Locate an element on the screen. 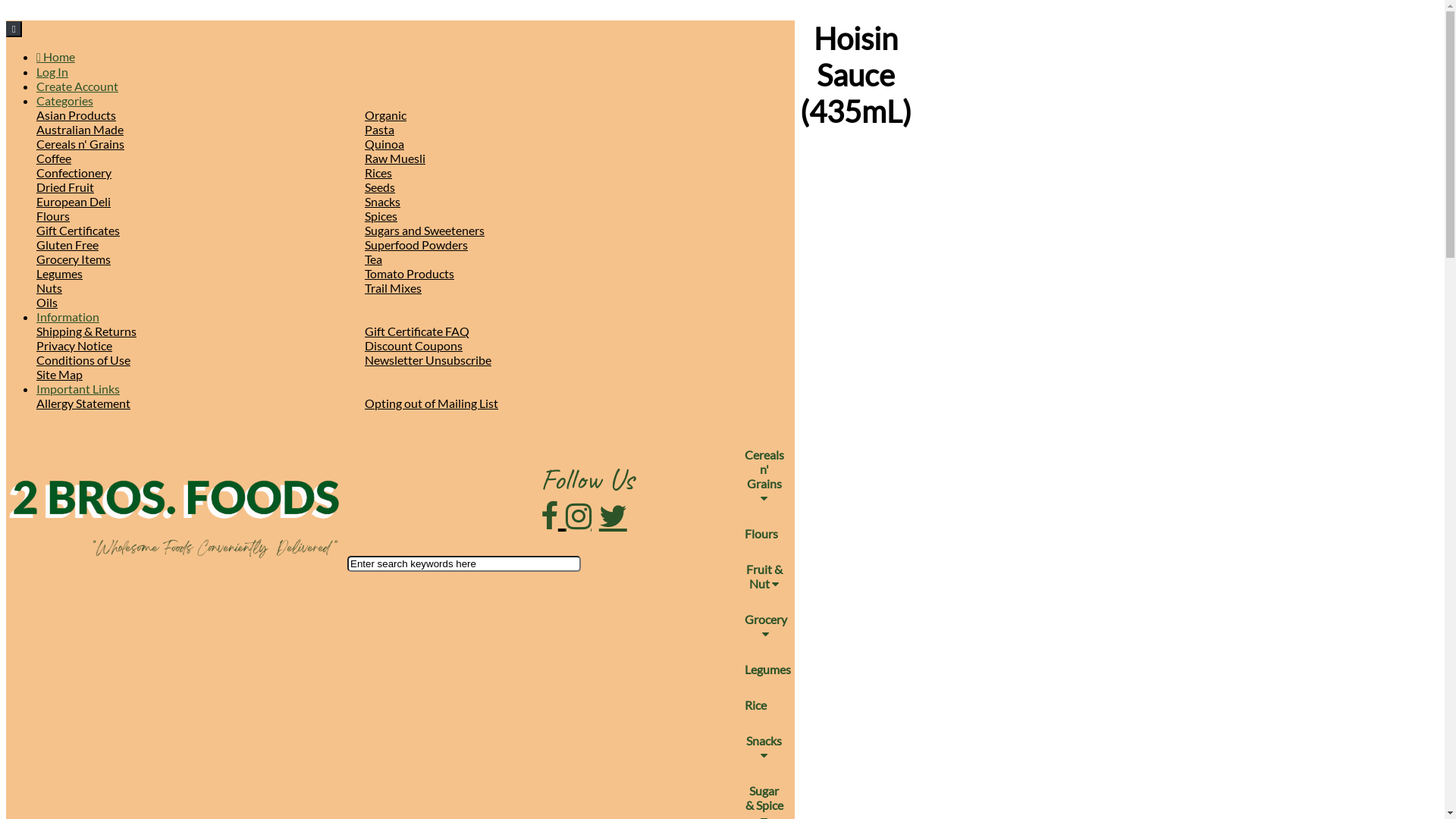 This screenshot has height=819, width=1456. 'Gift Certificate FAQ' is located at coordinates (417, 330).